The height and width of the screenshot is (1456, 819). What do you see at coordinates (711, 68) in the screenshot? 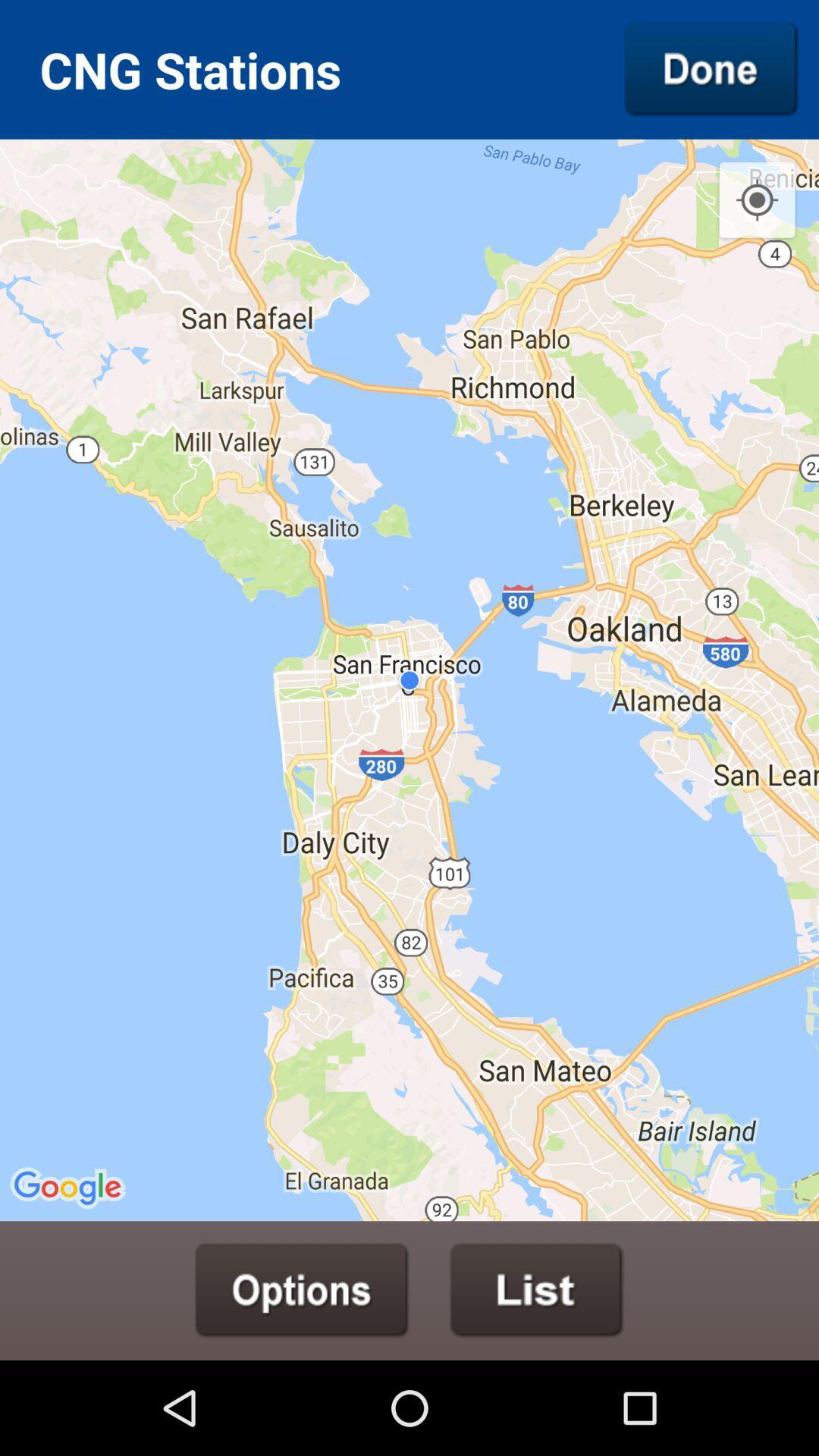
I see `done option` at bounding box center [711, 68].